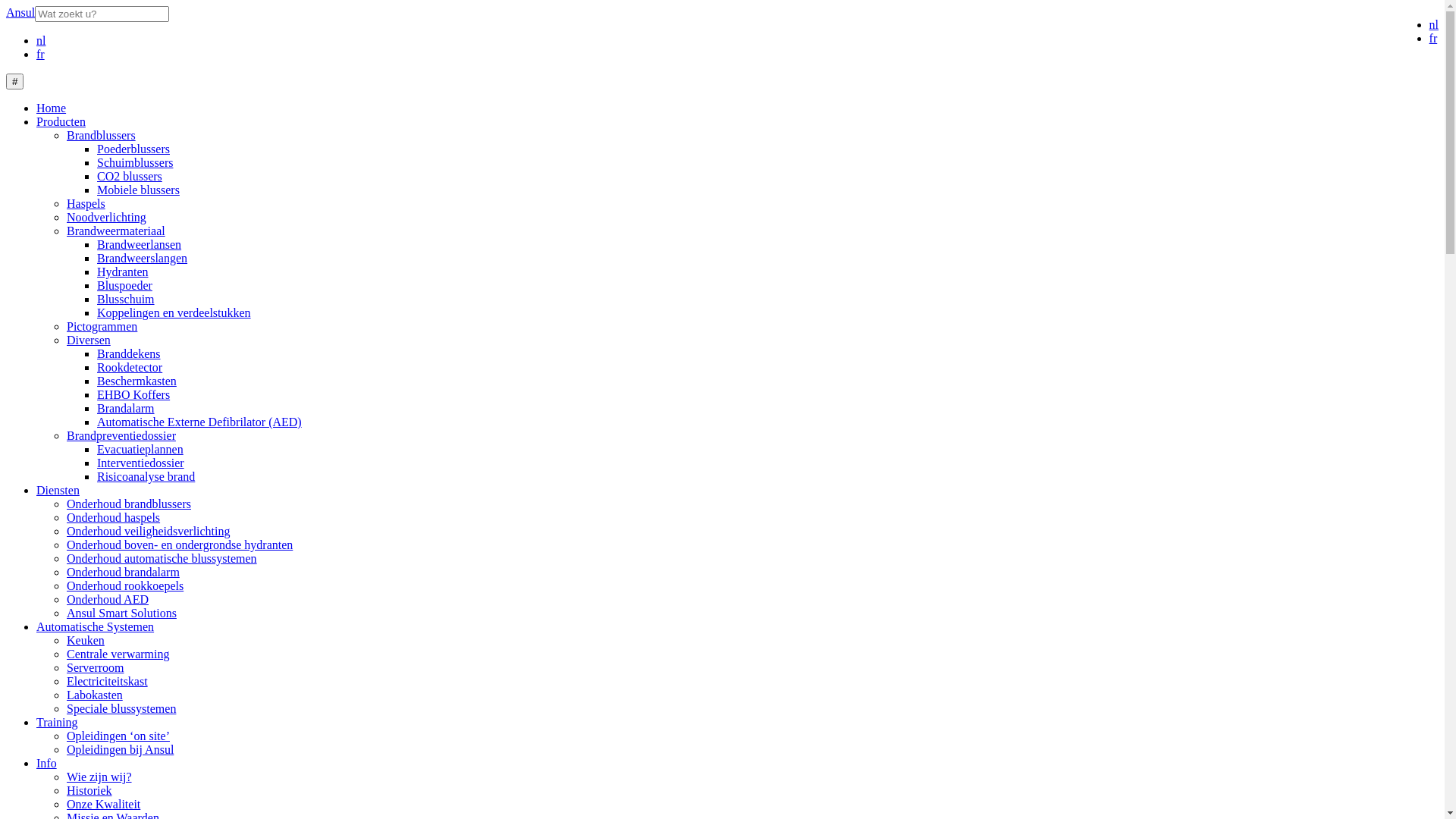 This screenshot has height=819, width=1456. What do you see at coordinates (85, 202) in the screenshot?
I see `'Haspels'` at bounding box center [85, 202].